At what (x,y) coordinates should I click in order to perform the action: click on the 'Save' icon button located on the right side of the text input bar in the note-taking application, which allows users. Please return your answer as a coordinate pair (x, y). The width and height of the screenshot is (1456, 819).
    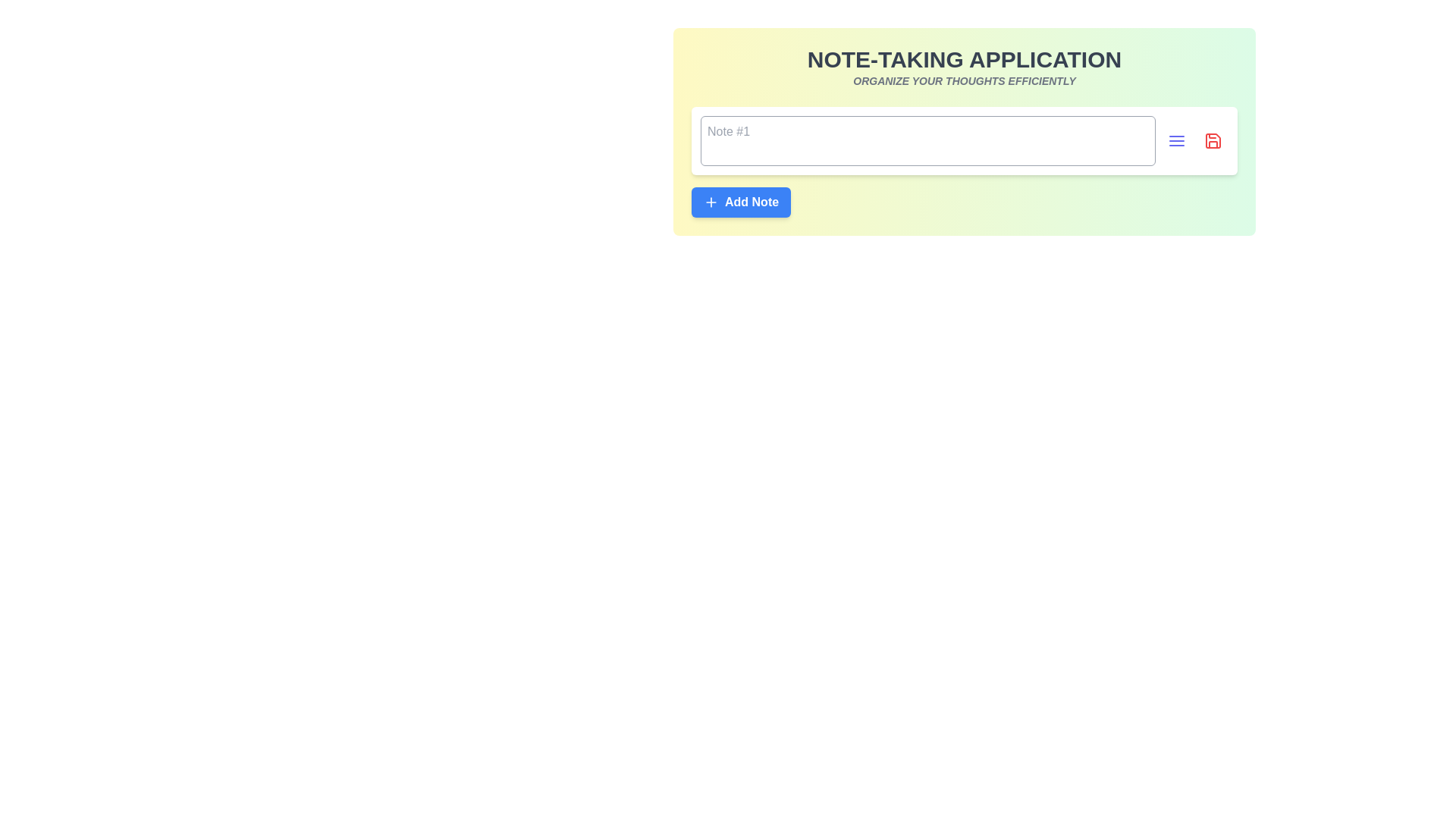
    Looking at the image, I should click on (1212, 140).